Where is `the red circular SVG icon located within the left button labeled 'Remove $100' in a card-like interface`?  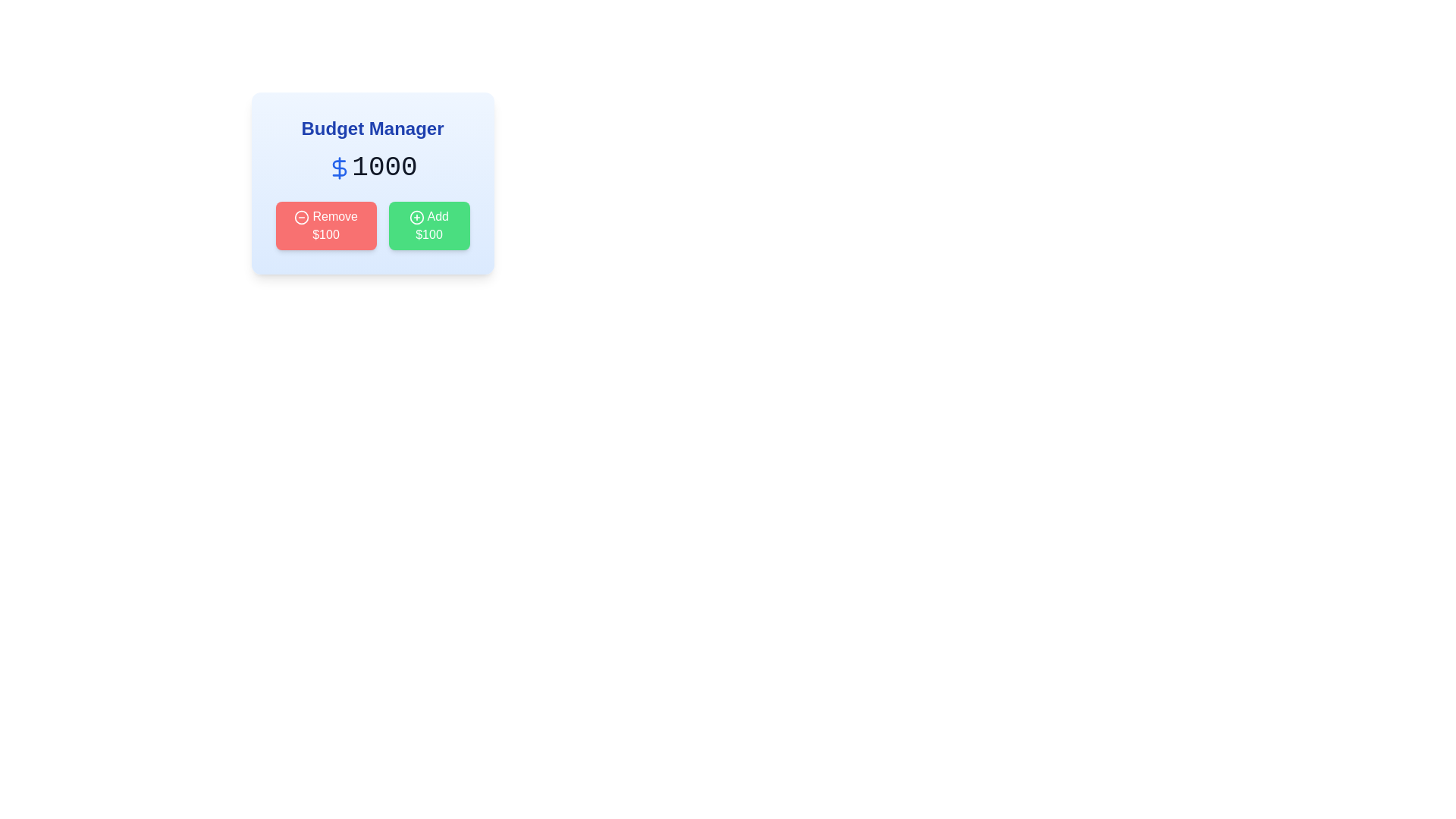 the red circular SVG icon located within the left button labeled 'Remove $100' in a card-like interface is located at coordinates (302, 217).